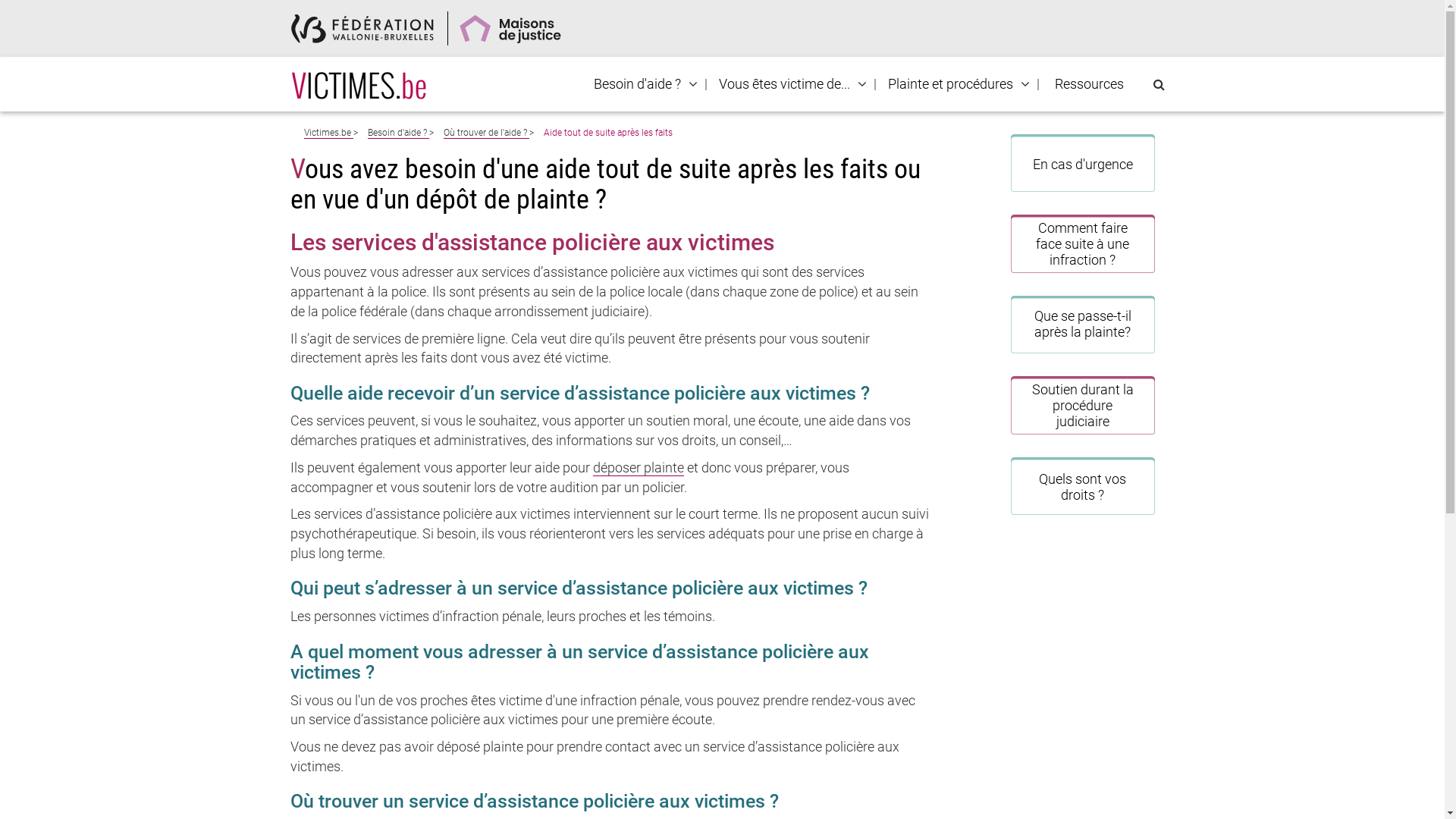 The image size is (1456, 819). What do you see at coordinates (1088, 84) in the screenshot?
I see `'Ressources'` at bounding box center [1088, 84].